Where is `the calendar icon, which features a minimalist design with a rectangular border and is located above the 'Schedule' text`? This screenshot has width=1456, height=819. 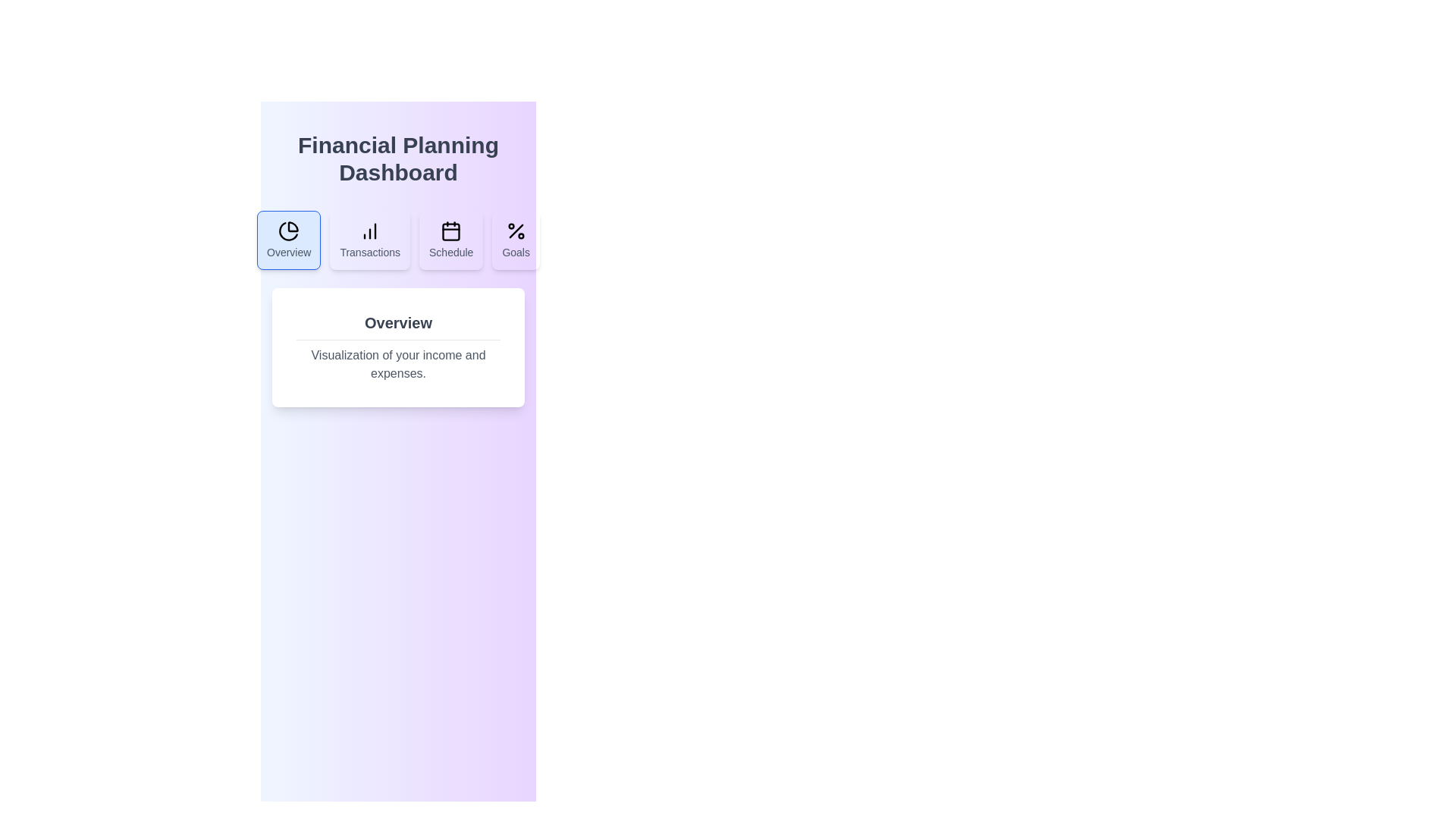 the calendar icon, which features a minimalist design with a rectangular border and is located above the 'Schedule' text is located at coordinates (450, 231).